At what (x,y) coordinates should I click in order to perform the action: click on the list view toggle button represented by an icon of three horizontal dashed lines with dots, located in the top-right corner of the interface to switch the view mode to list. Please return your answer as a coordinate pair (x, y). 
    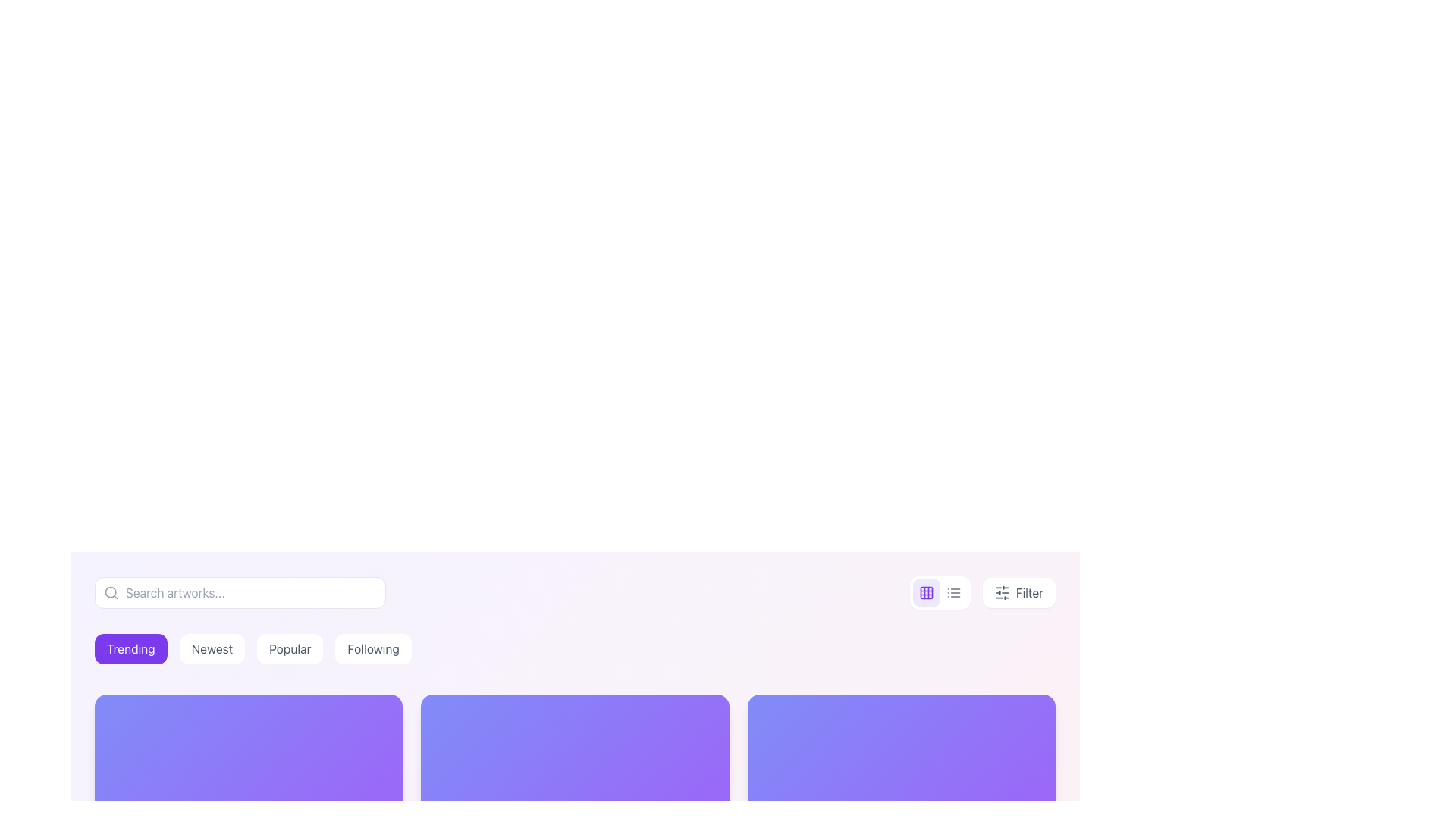
    Looking at the image, I should click on (952, 592).